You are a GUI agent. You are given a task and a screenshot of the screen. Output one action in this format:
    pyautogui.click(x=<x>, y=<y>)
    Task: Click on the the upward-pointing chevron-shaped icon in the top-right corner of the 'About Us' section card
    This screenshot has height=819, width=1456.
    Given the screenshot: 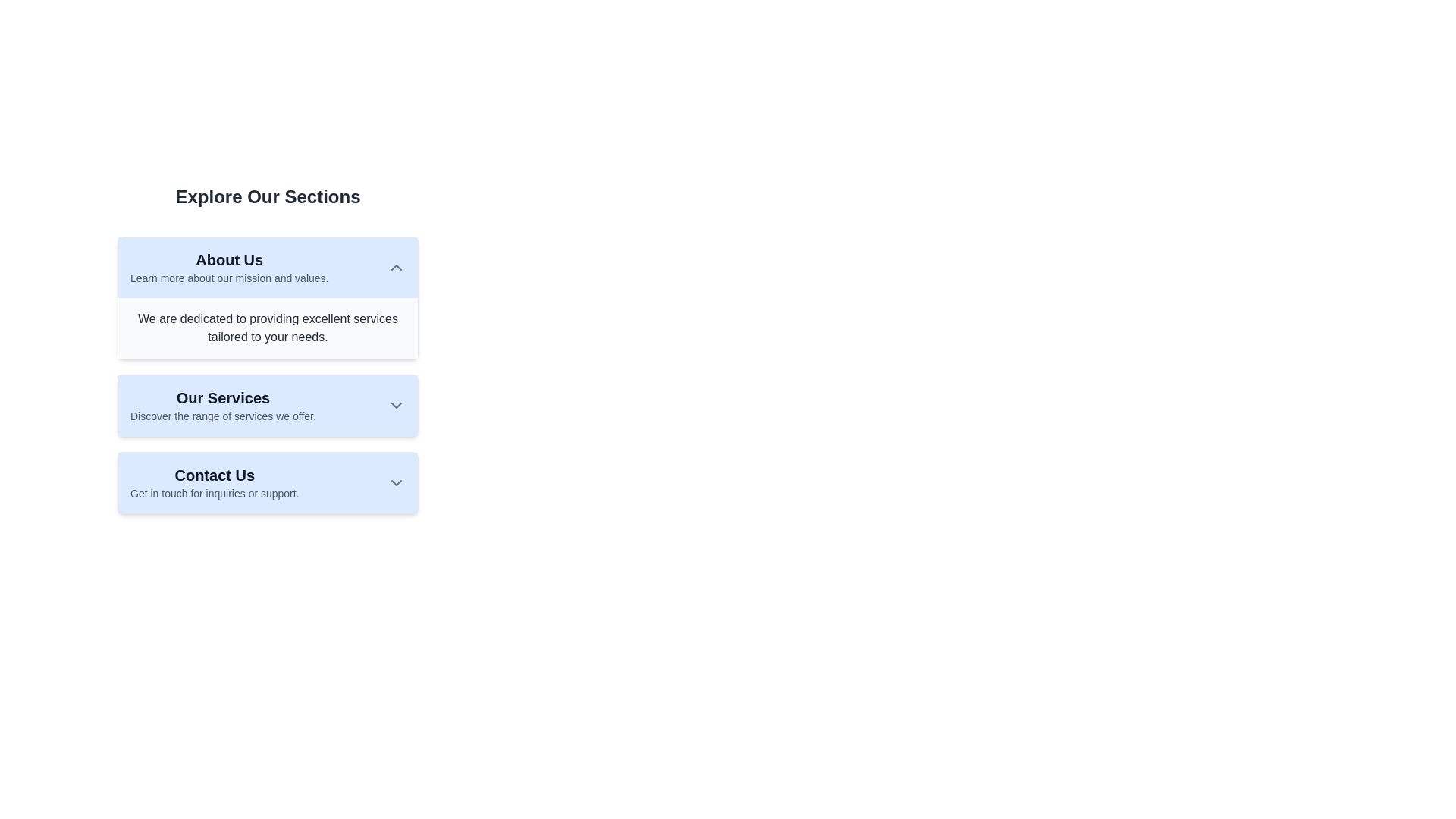 What is the action you would take?
    pyautogui.click(x=397, y=267)
    